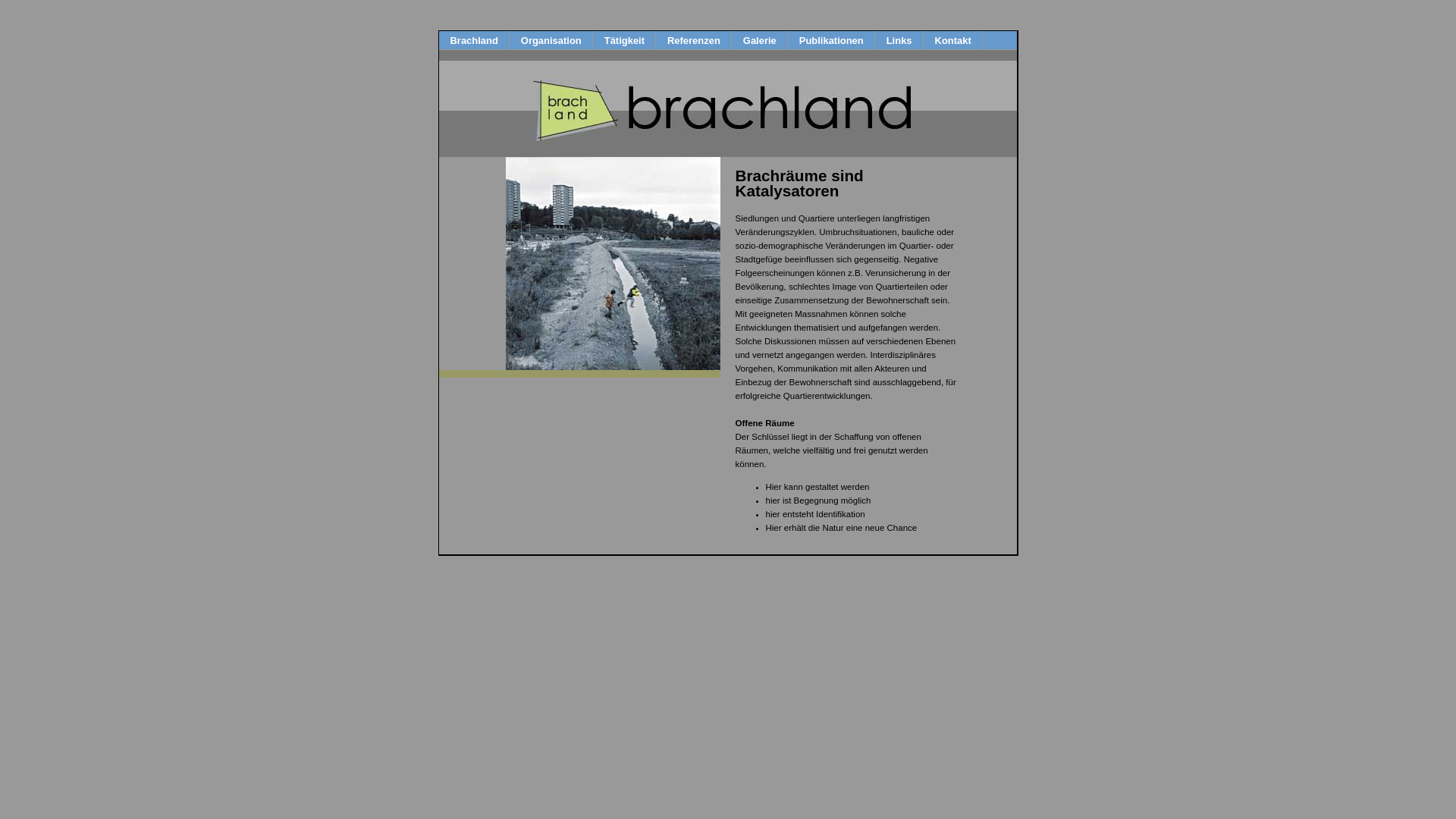 This screenshot has height=819, width=1456. What do you see at coordinates (472, 39) in the screenshot?
I see `'Brachland'` at bounding box center [472, 39].